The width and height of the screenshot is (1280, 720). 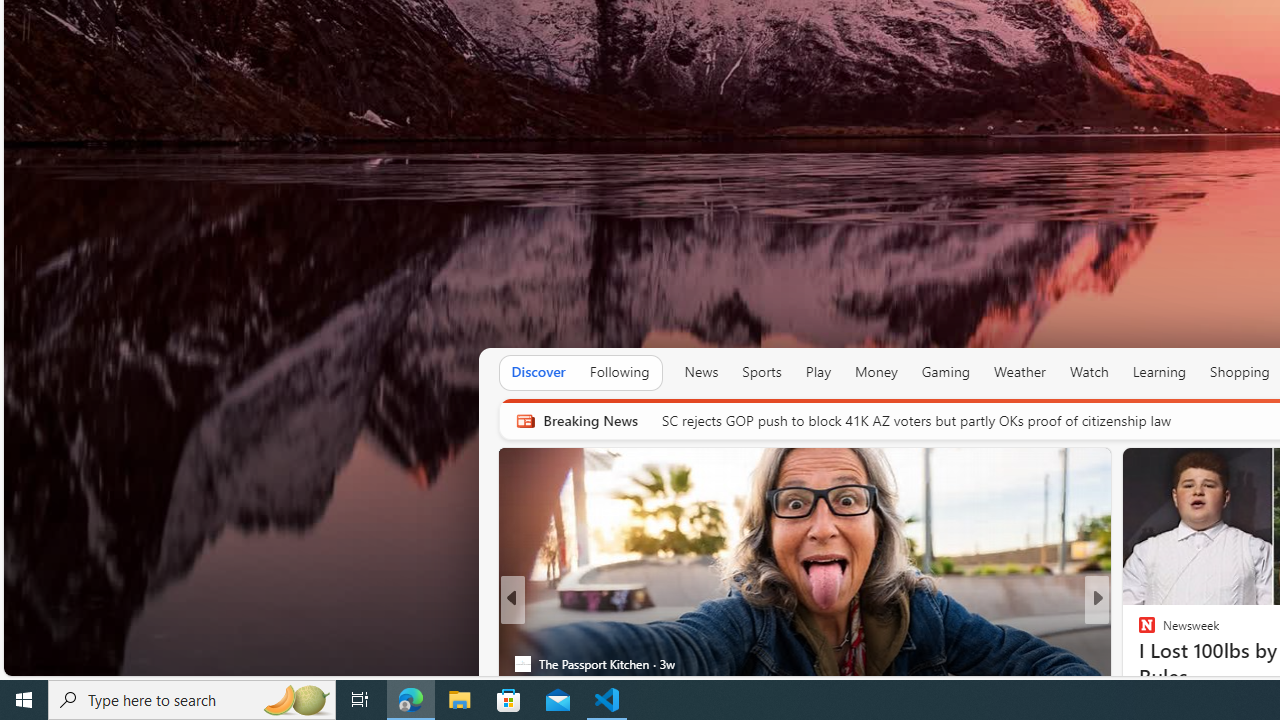 What do you see at coordinates (1138, 632) in the screenshot?
I see `'Popular Mechanics'` at bounding box center [1138, 632].